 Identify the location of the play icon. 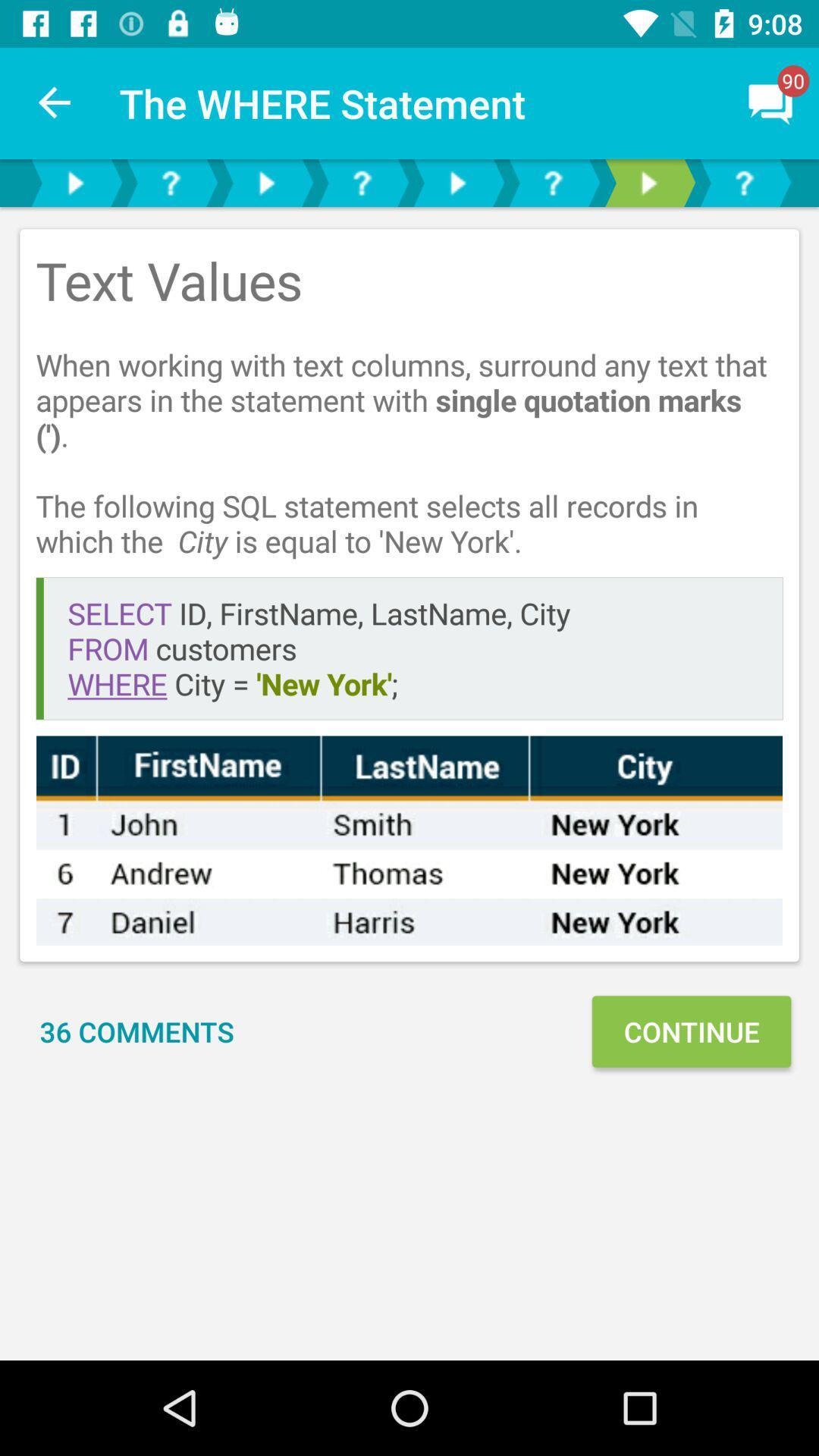
(456, 182).